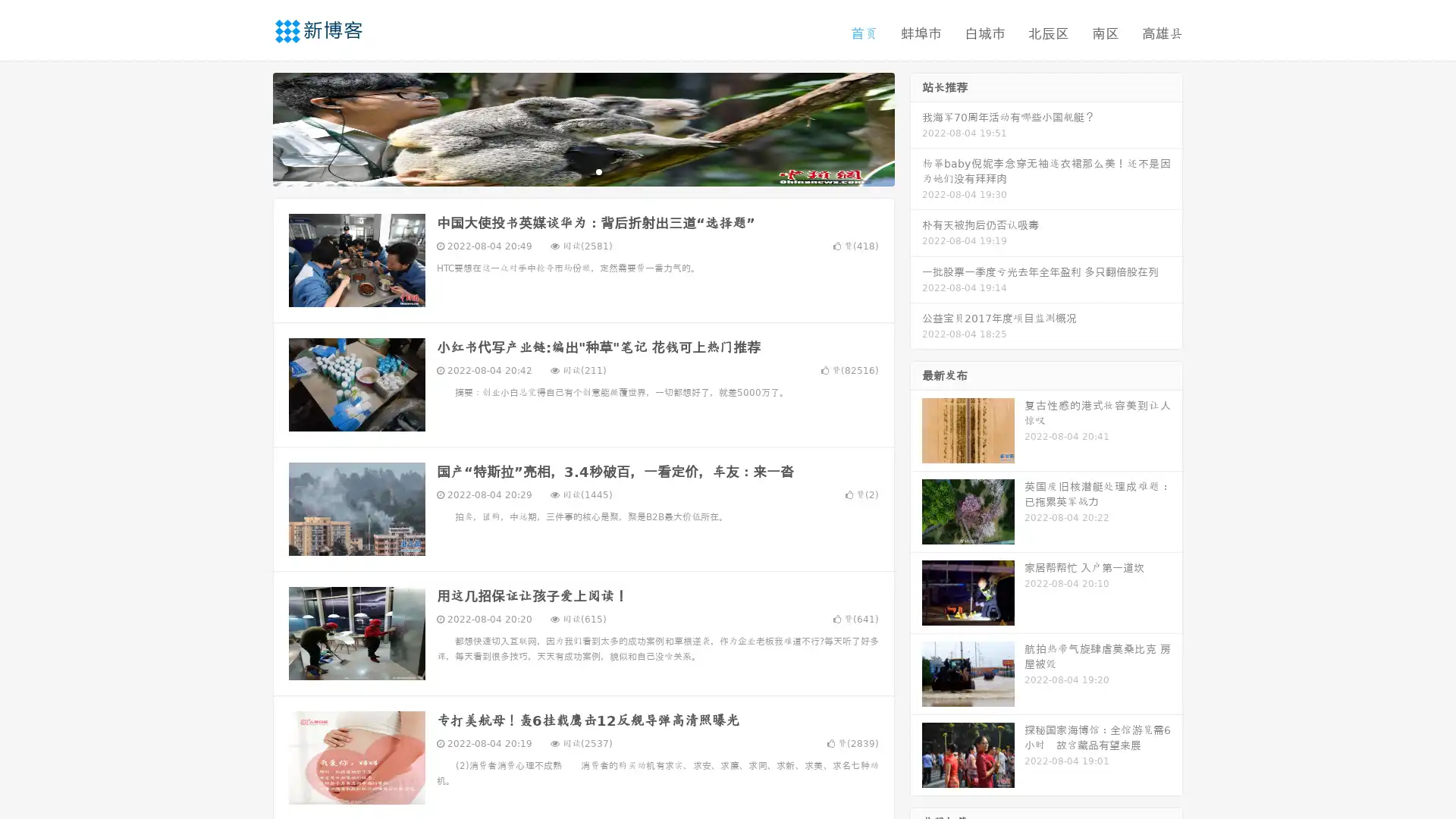 This screenshot has width=1456, height=819. Describe the element at coordinates (582, 171) in the screenshot. I see `Go to slide 2` at that location.